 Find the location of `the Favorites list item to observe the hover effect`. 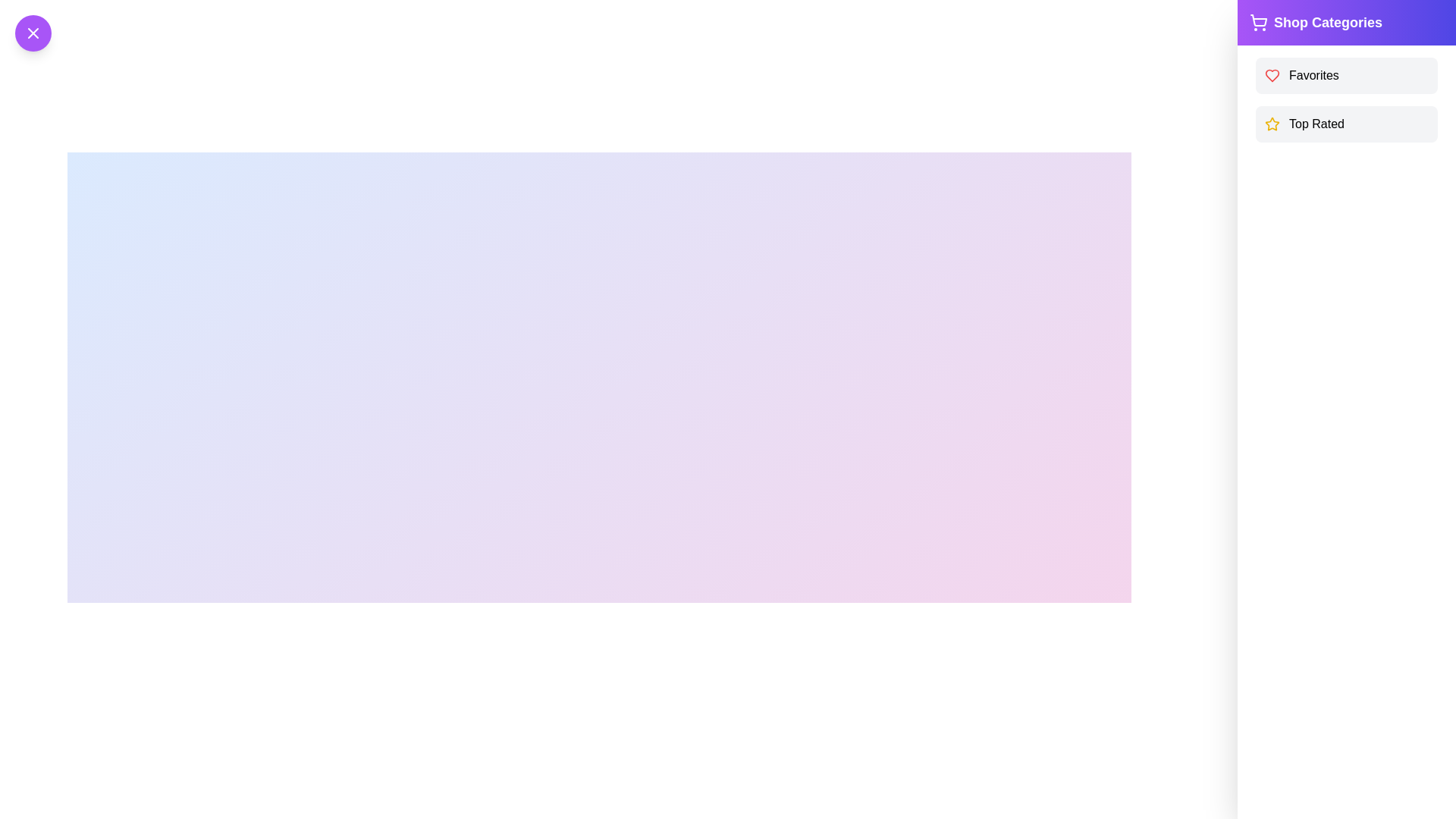

the Favorites list item to observe the hover effect is located at coordinates (1347, 76).